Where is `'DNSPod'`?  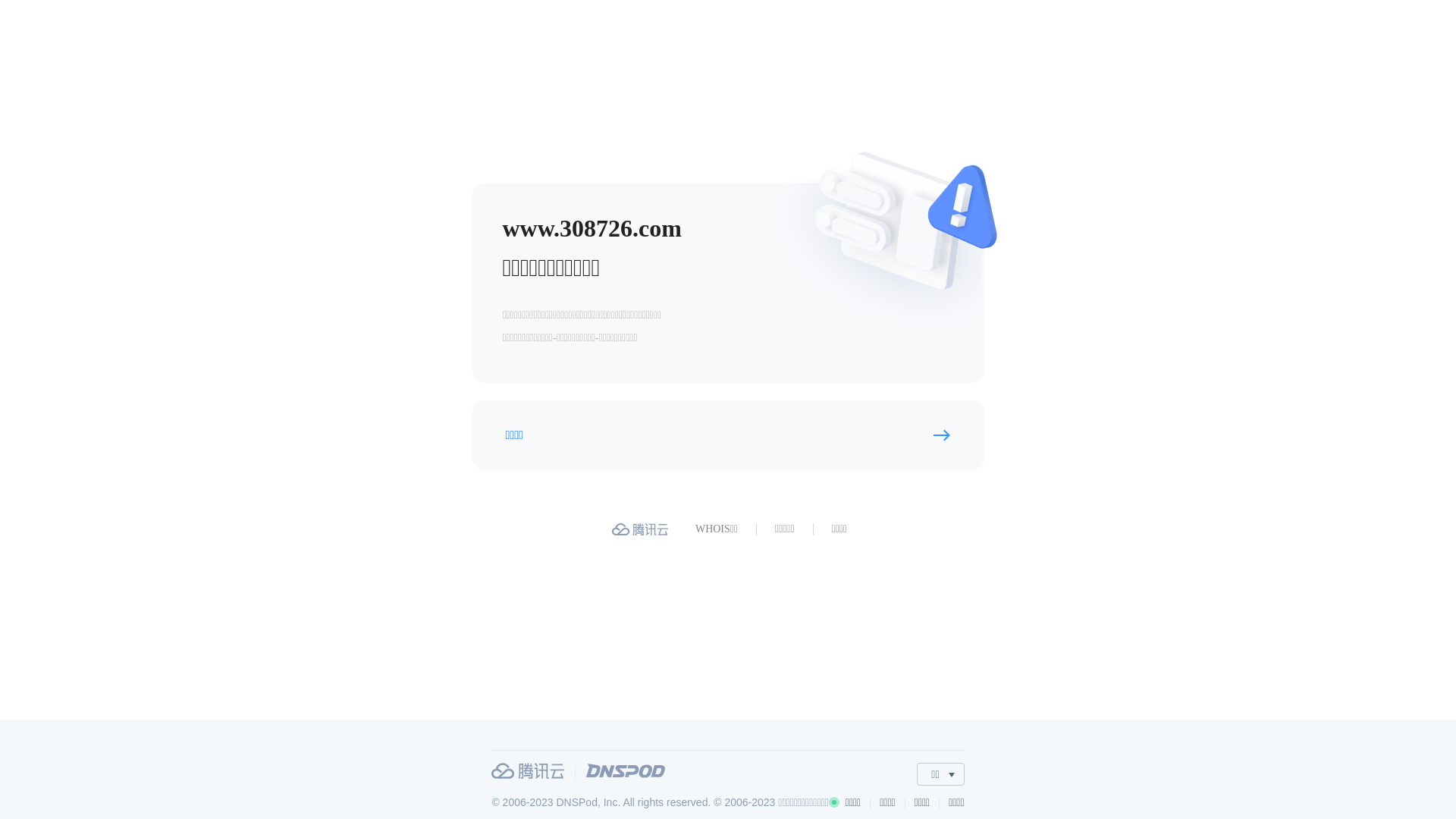
'DNSPod' is located at coordinates (585, 770).